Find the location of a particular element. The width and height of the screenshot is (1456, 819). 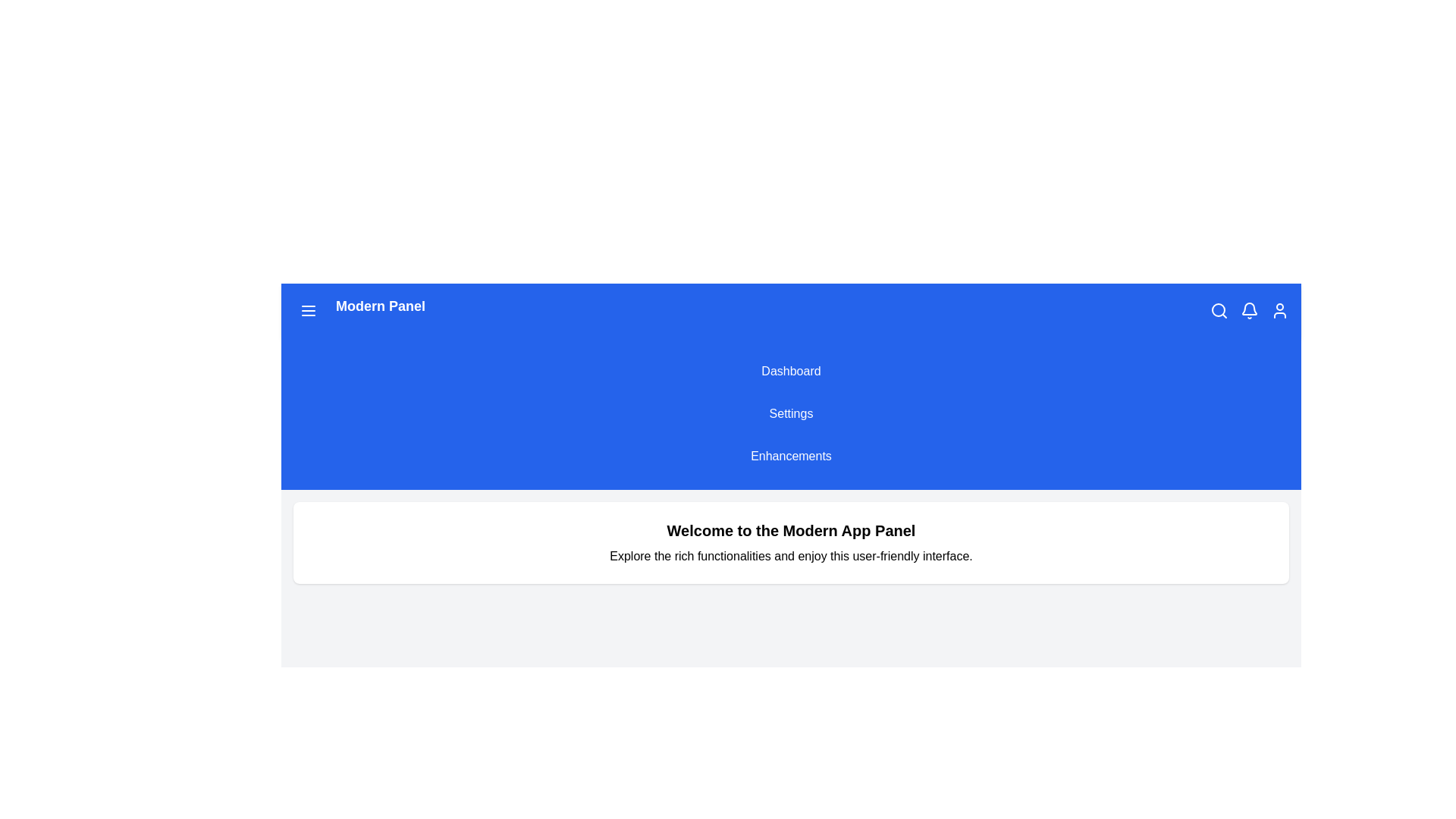

the 'Settings' menu item to navigate to the 'Settings' section is located at coordinates (790, 414).